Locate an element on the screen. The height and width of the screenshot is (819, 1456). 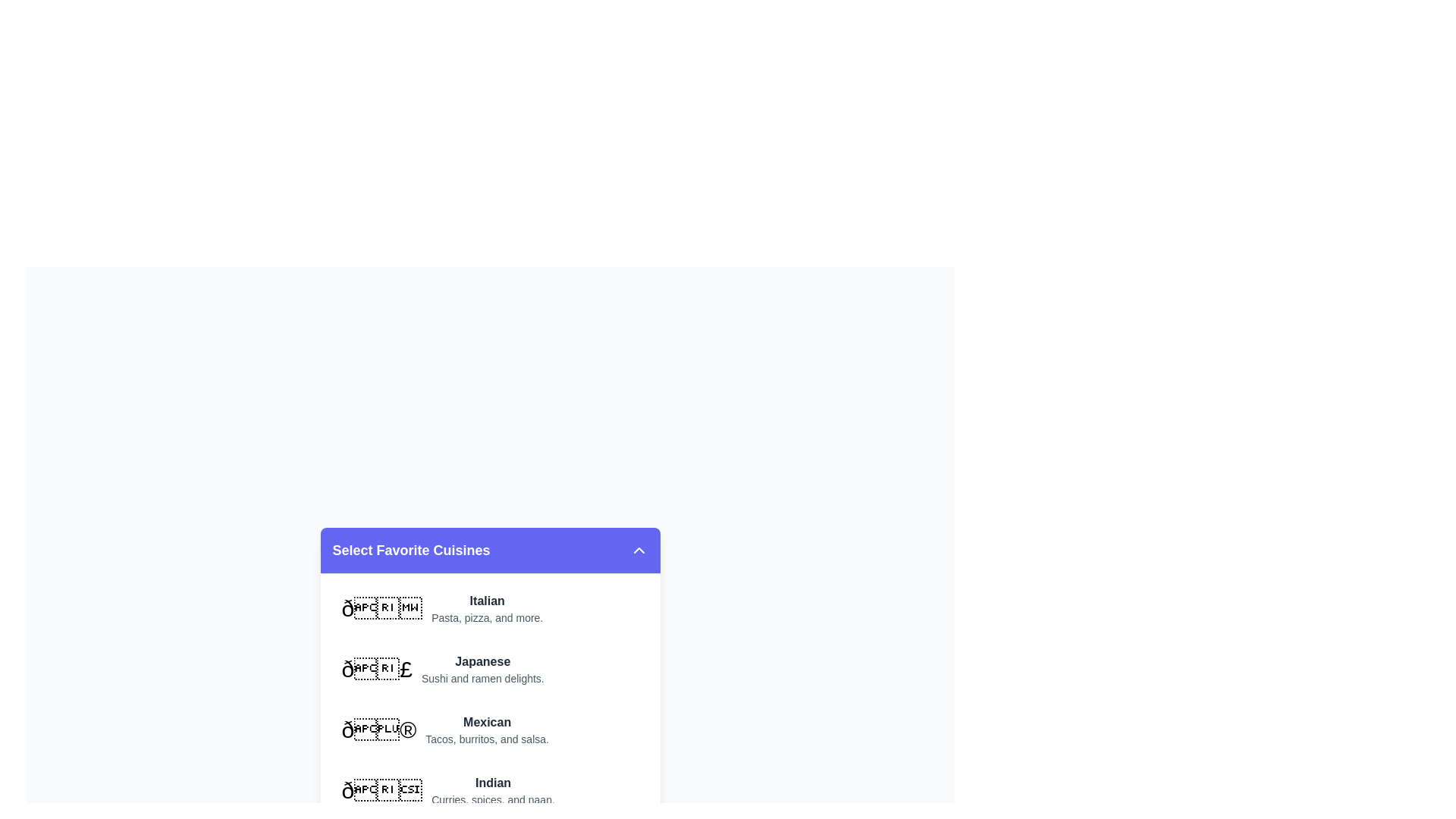
the text label that reads 'Tacos, burritos, and salsa.' which is styled in small gray font and positioned below the bold 'Mexican' label is located at coordinates (487, 738).